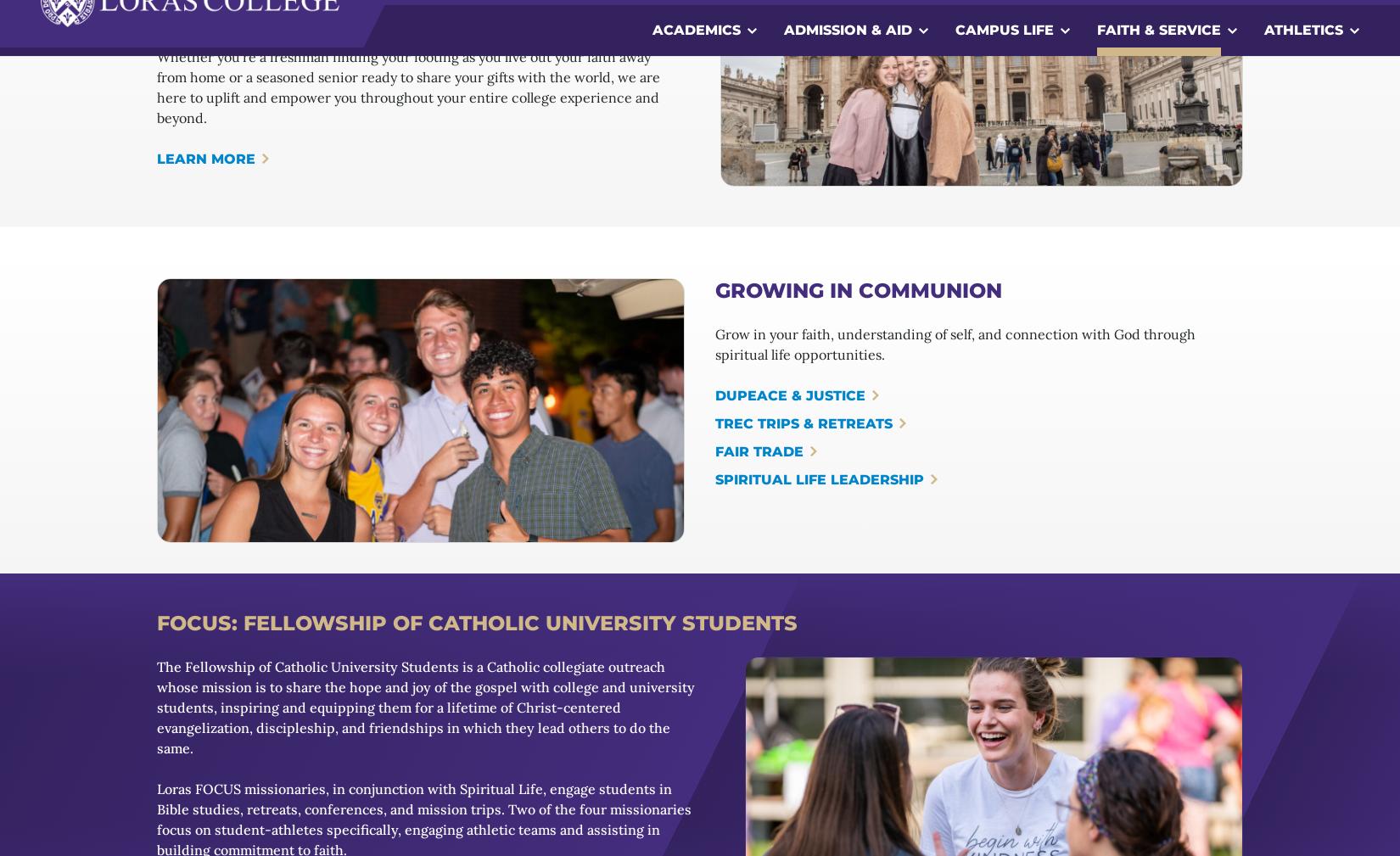 This screenshot has height=856, width=1400. Describe the element at coordinates (204, 771) in the screenshot. I see `'Give'` at that location.